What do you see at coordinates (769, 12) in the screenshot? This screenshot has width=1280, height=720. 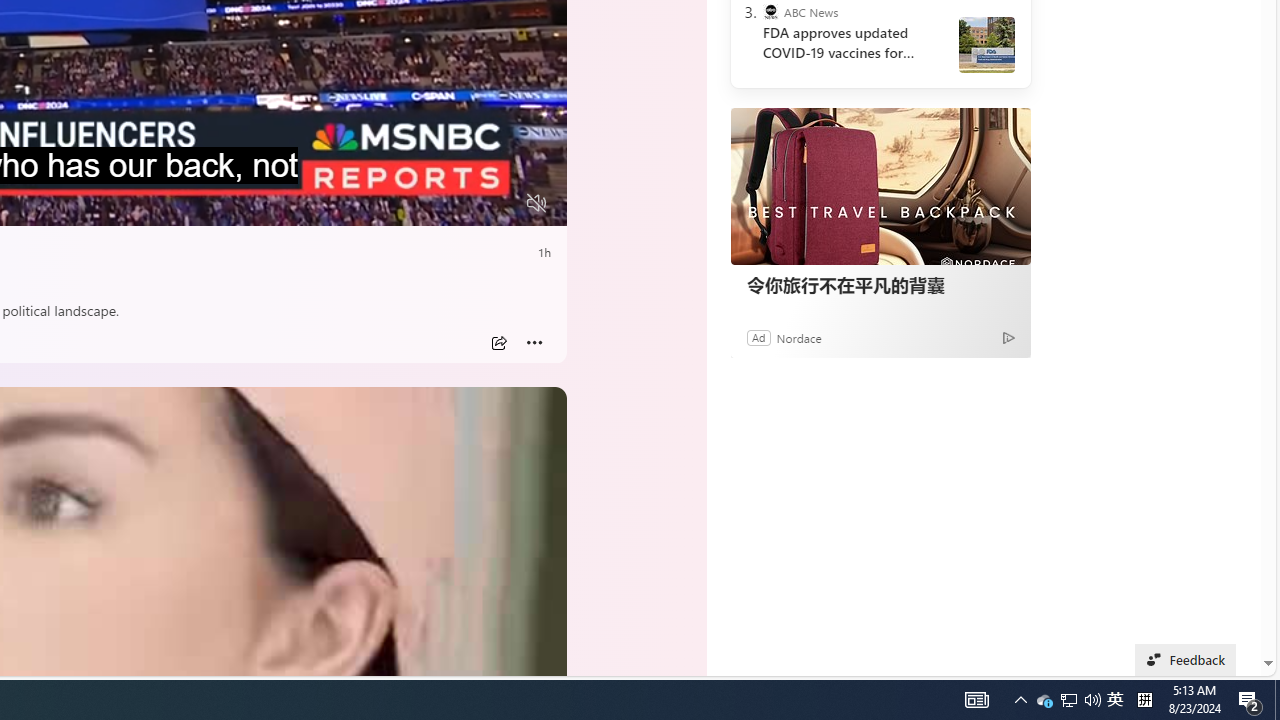 I see `'ABC News'` at bounding box center [769, 12].